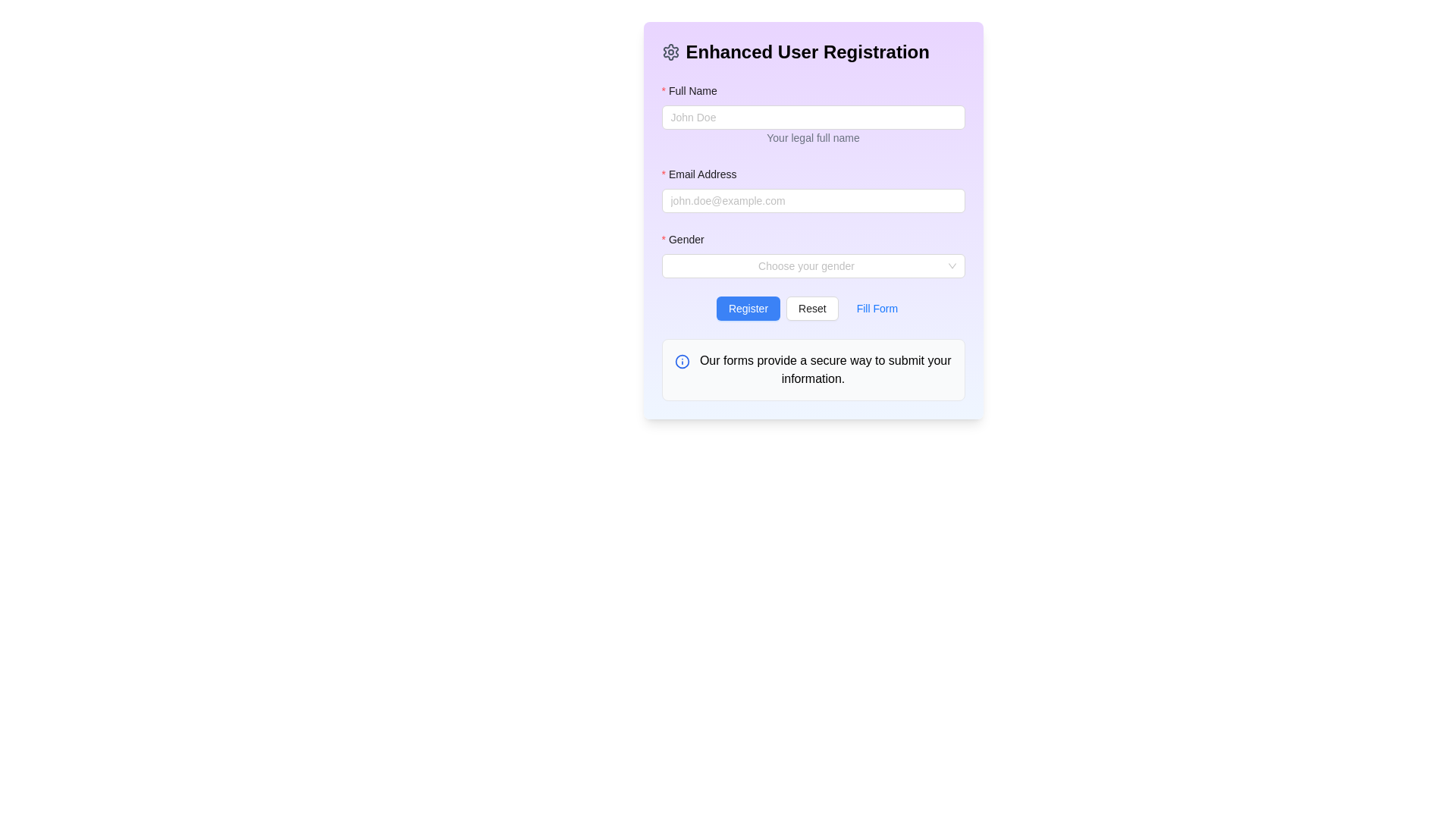  I want to click on the submit button located at the bottom of the registration form interface, which is the first button in a row of three buttons, so click(748, 308).